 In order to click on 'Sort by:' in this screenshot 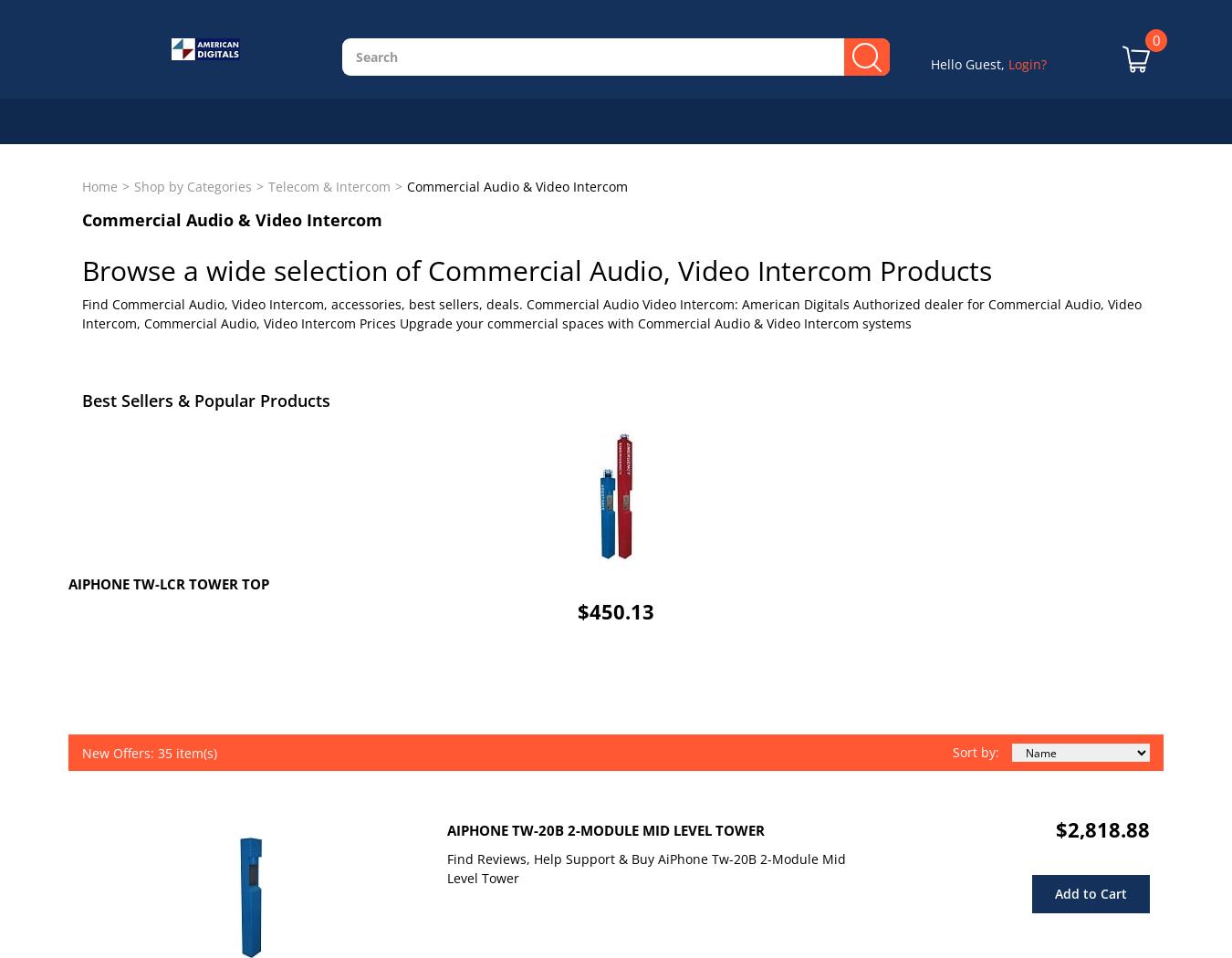, I will do `click(952, 751)`.